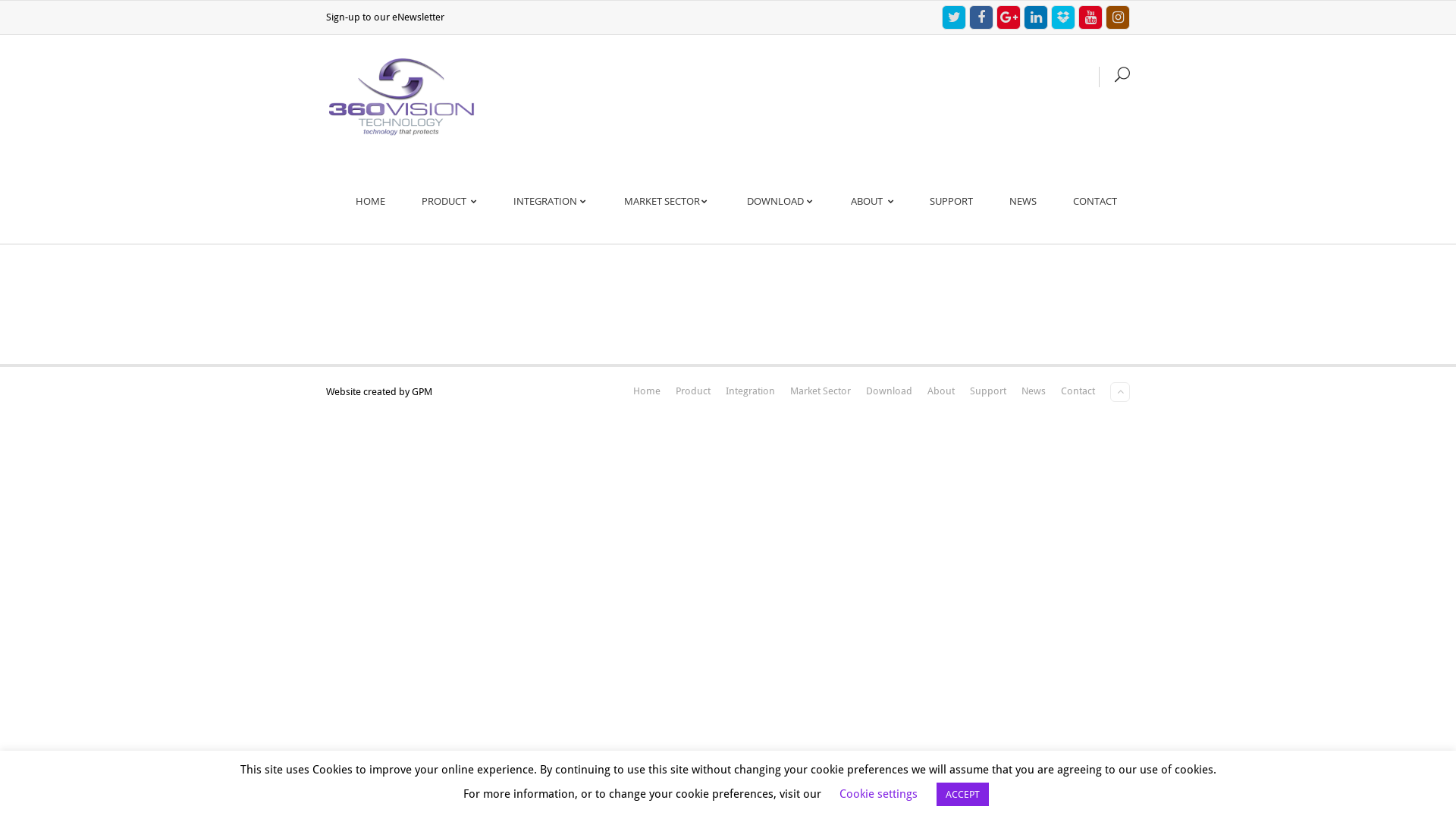 Image resolution: width=1456 pixels, height=819 pixels. I want to click on 'Website created by GPM', so click(378, 391).